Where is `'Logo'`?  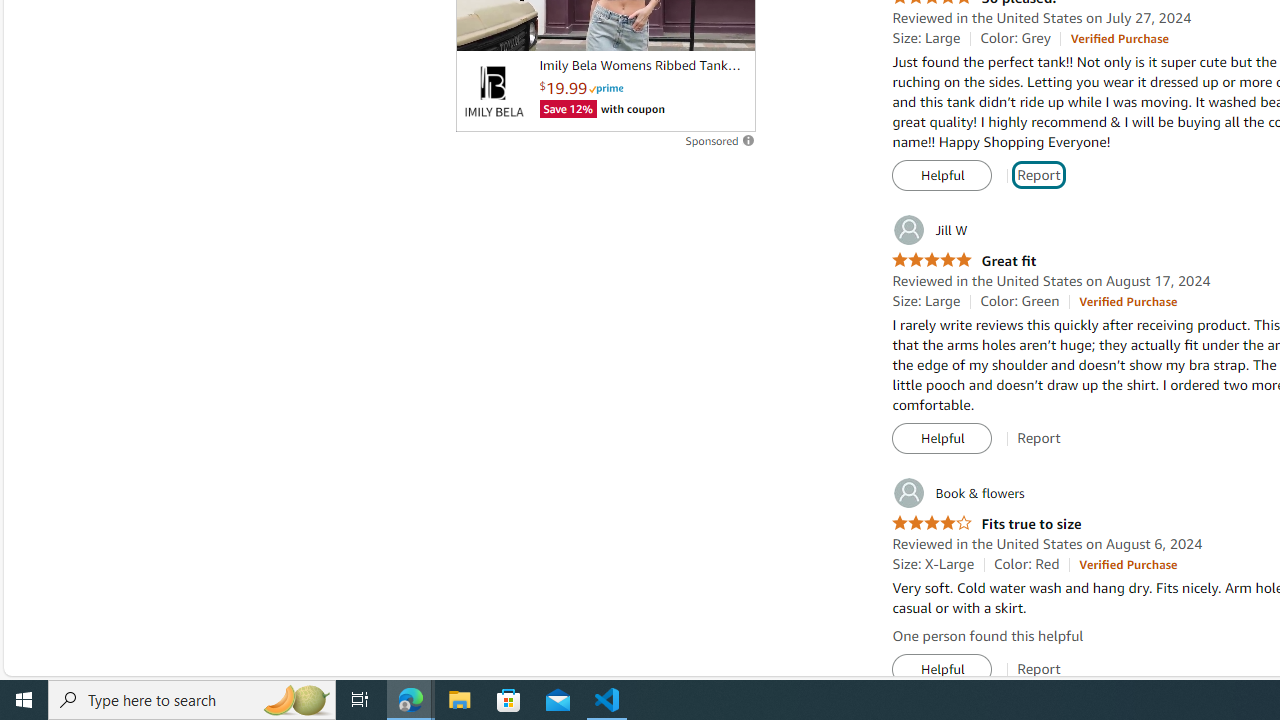 'Logo' is located at coordinates (493, 91).